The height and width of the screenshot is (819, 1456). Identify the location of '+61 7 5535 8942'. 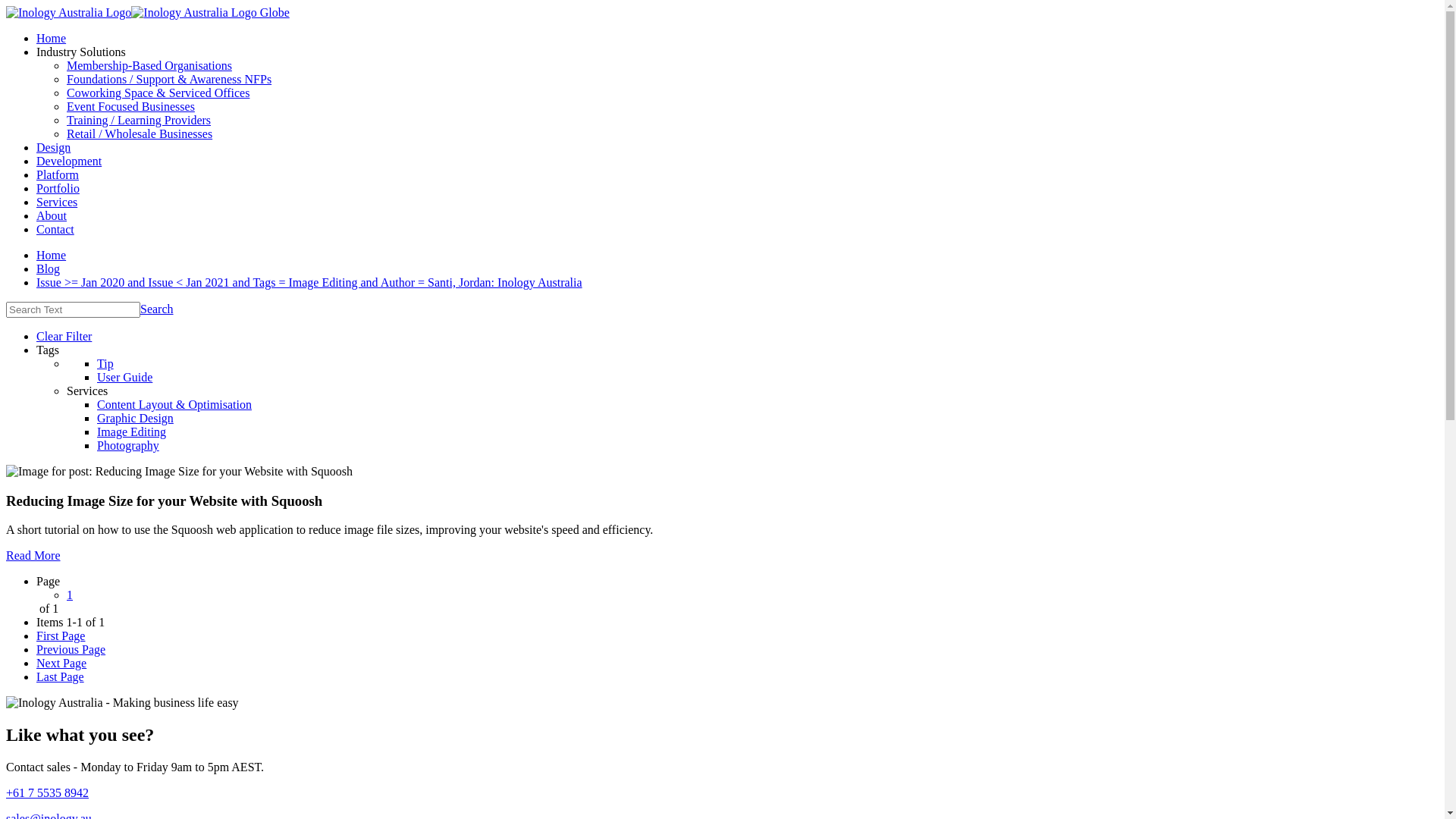
(47, 792).